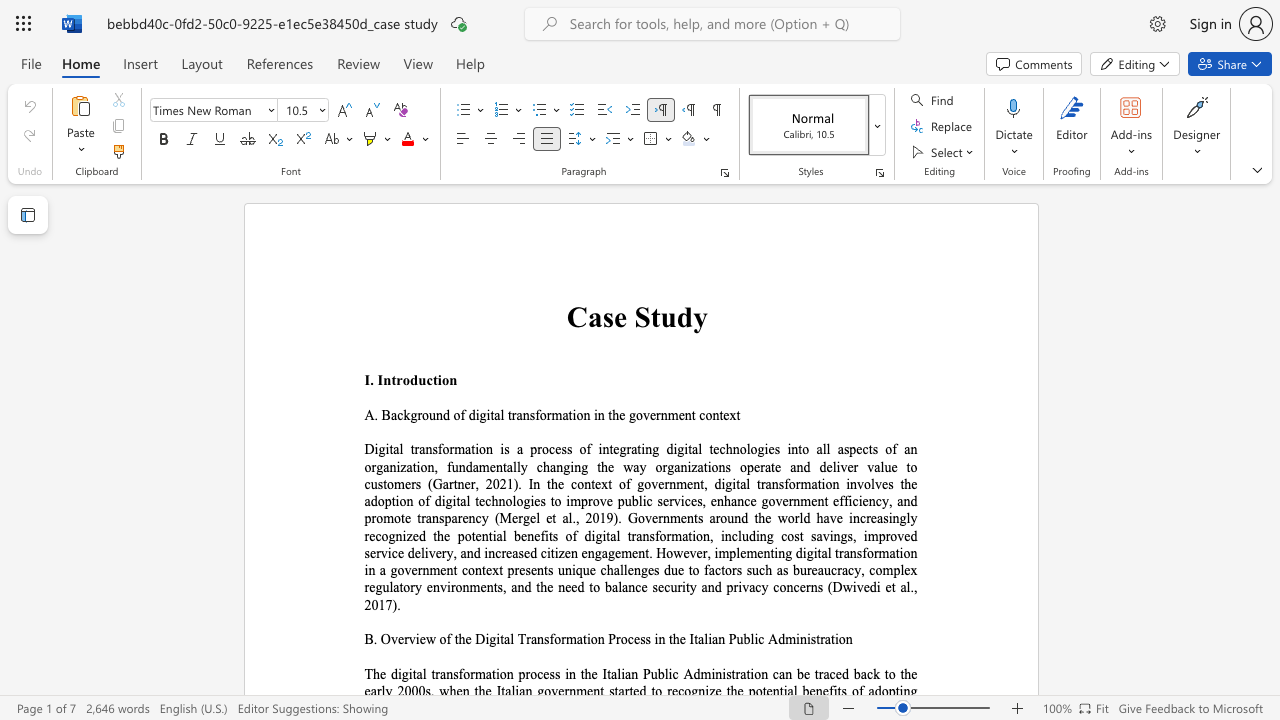  I want to click on the 20th character "i" in the text, so click(592, 535).